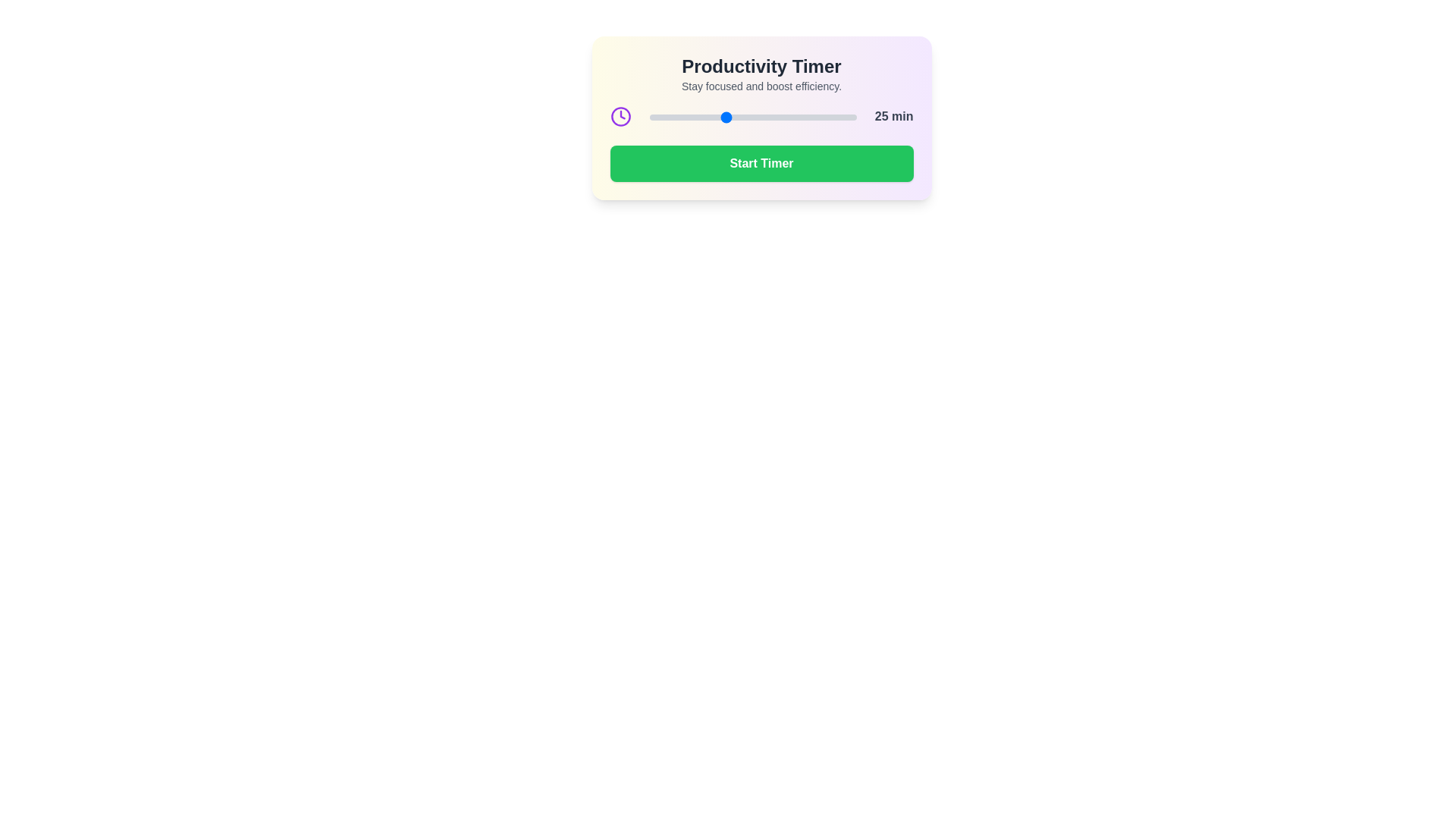 This screenshot has height=819, width=1456. I want to click on the timer value display to focus on it, so click(894, 116).